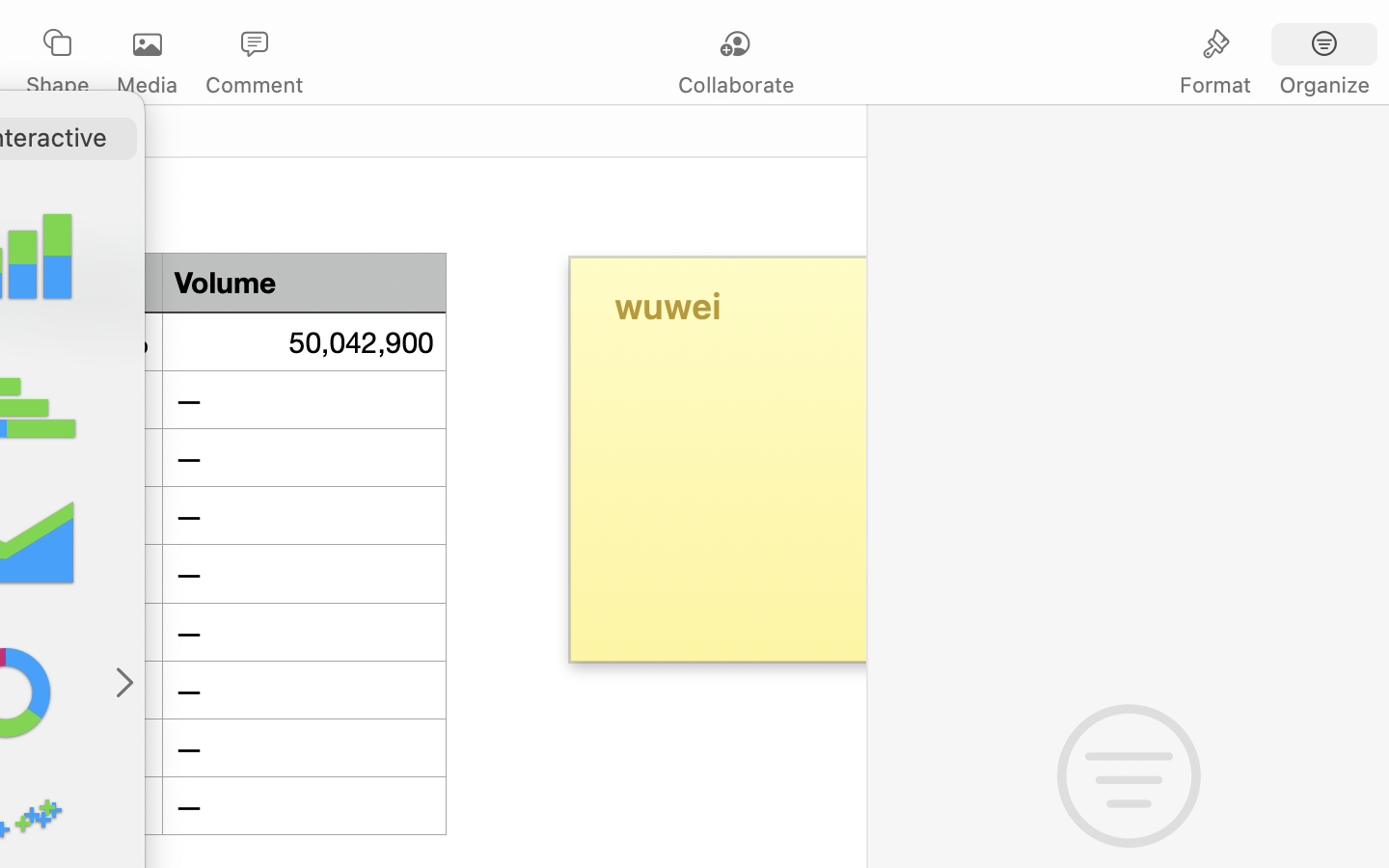  What do you see at coordinates (146, 84) in the screenshot?
I see `'Media'` at bounding box center [146, 84].